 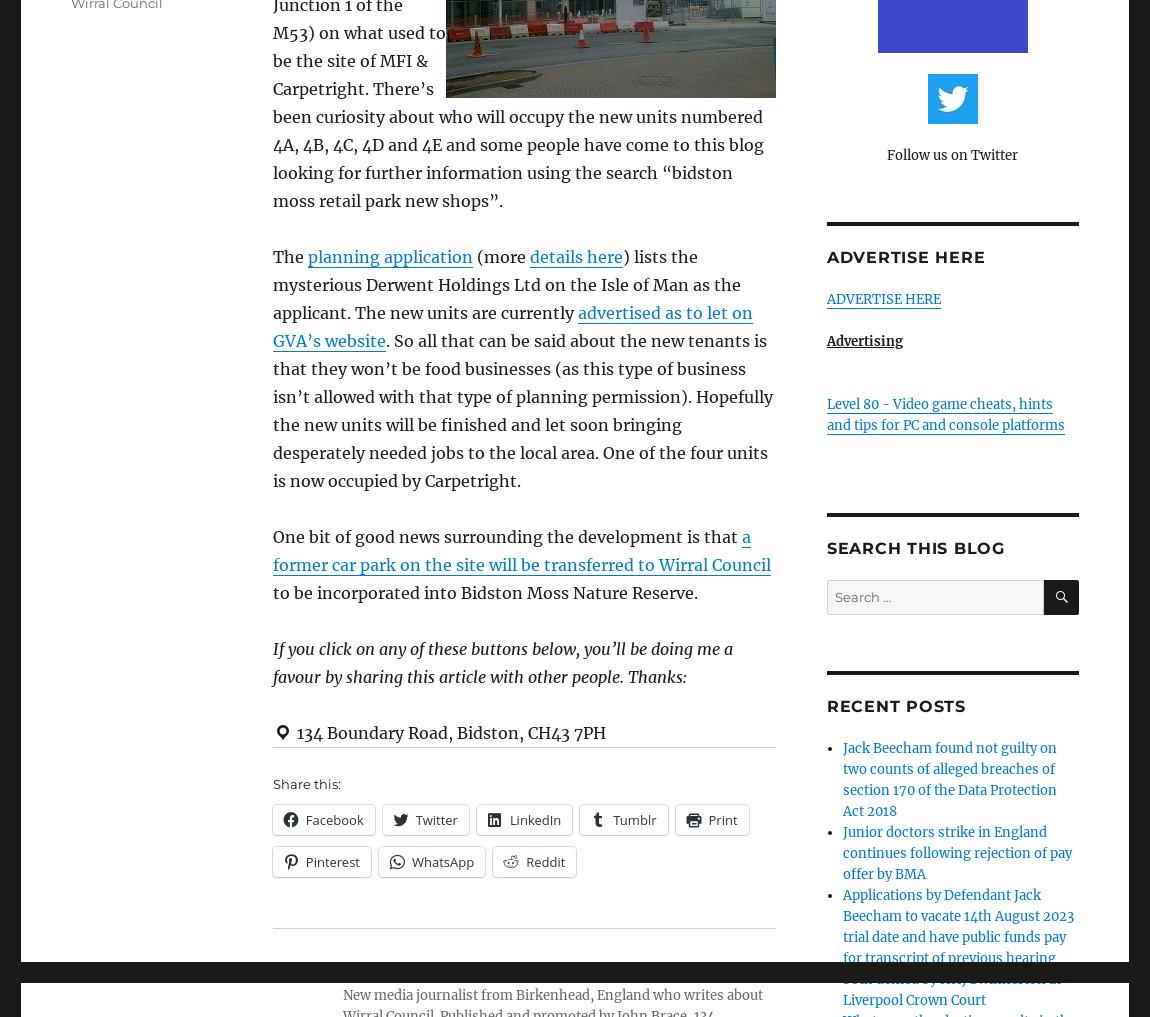 What do you see at coordinates (915, 547) in the screenshot?
I see `'Search this blog'` at bounding box center [915, 547].